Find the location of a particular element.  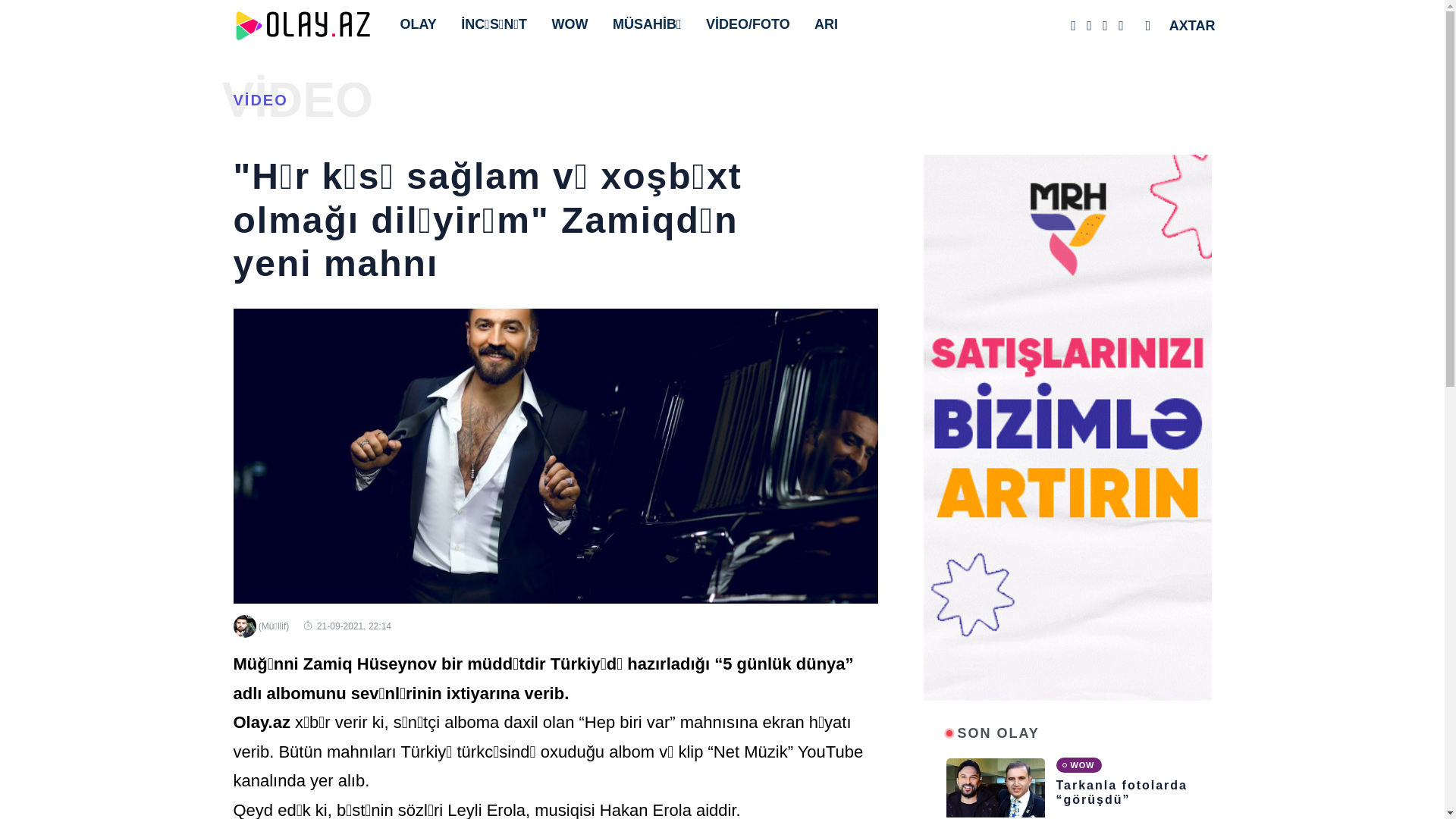

'OLAY' is located at coordinates (422, 24).